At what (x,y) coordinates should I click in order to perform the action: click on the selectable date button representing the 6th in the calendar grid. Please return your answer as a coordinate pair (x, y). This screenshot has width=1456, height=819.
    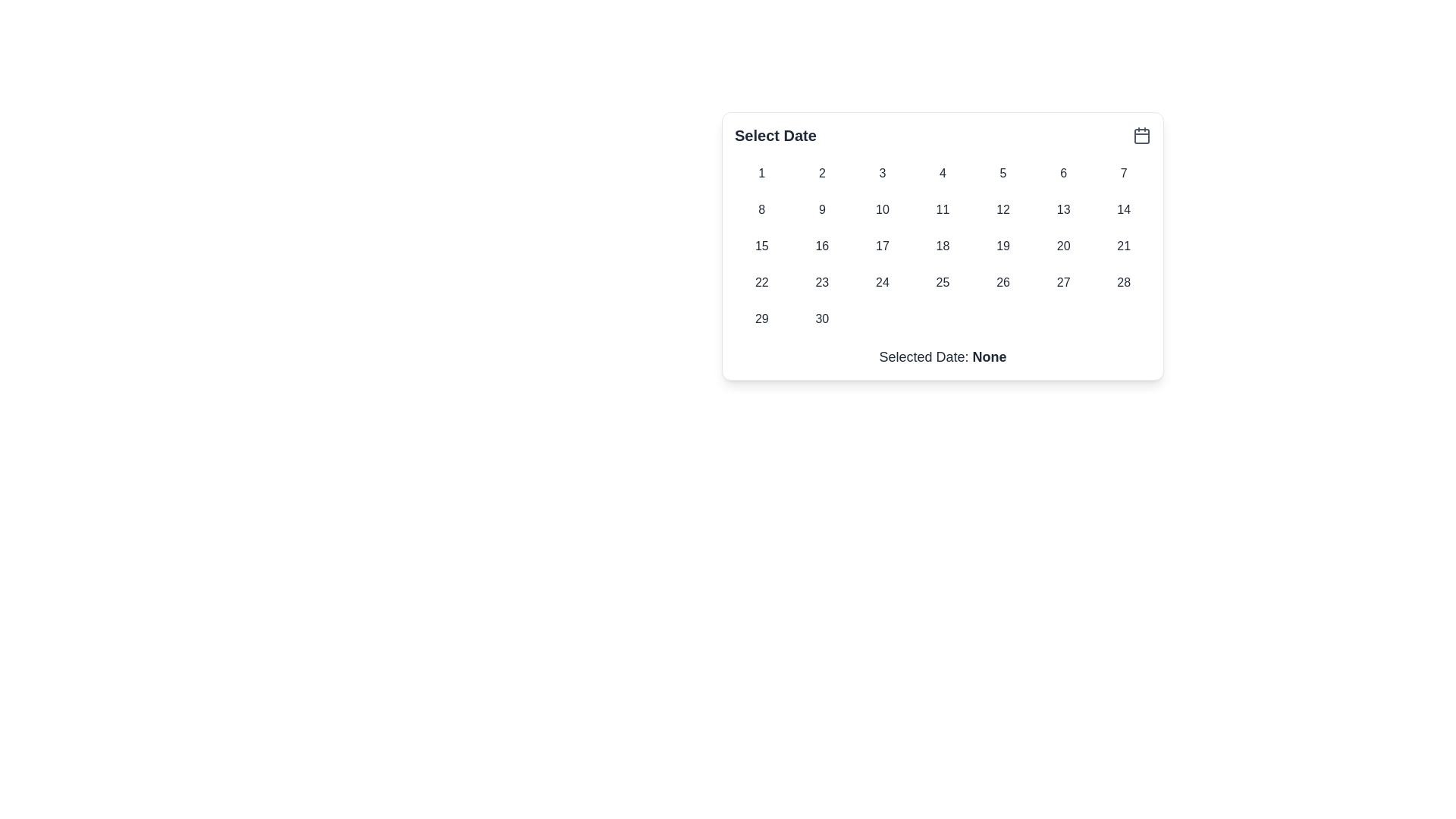
    Looking at the image, I should click on (1062, 172).